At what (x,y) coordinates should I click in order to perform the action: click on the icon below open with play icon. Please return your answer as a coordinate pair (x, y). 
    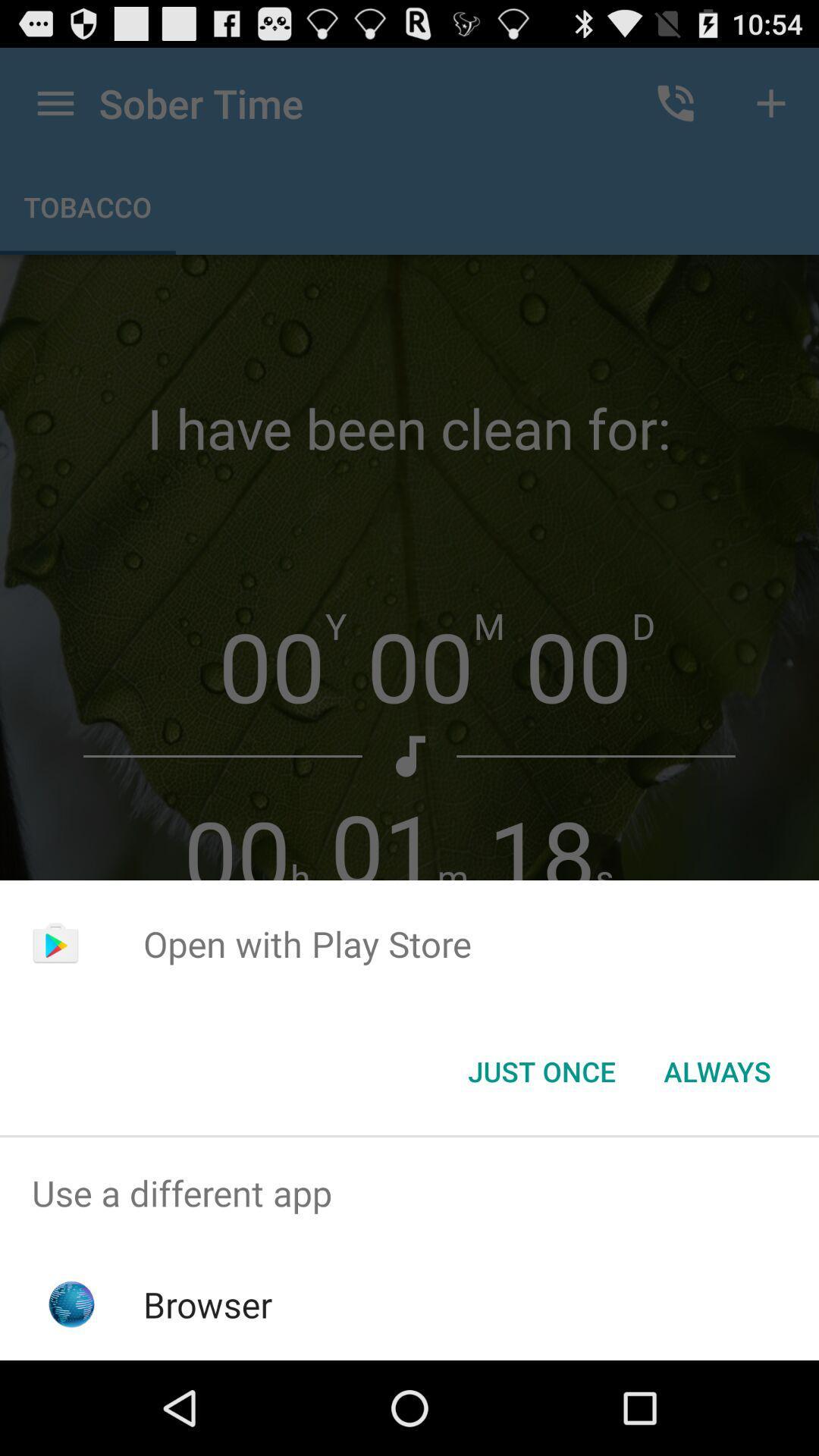
    Looking at the image, I should click on (541, 1070).